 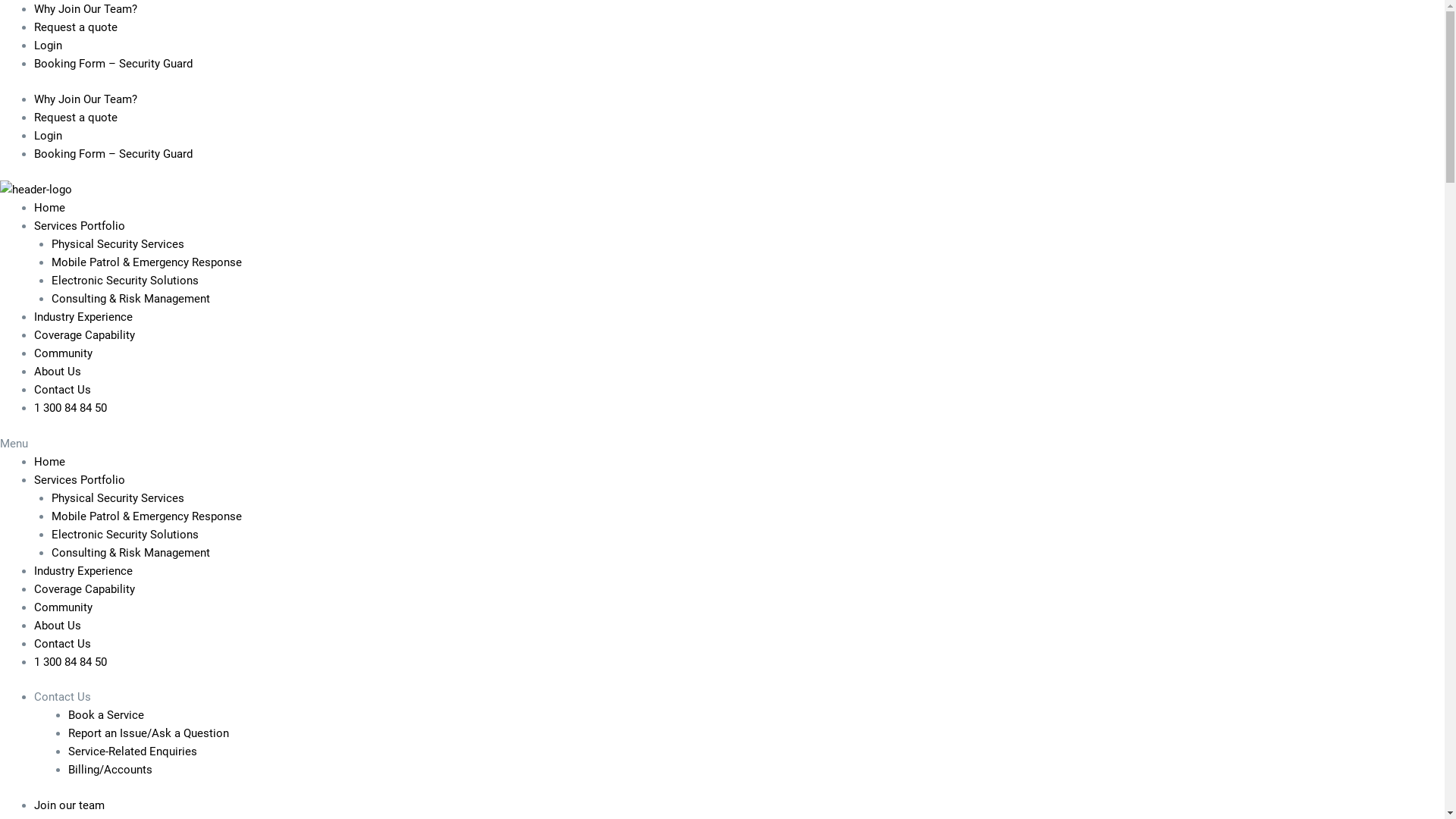 I want to click on 'Community', so click(x=62, y=353).